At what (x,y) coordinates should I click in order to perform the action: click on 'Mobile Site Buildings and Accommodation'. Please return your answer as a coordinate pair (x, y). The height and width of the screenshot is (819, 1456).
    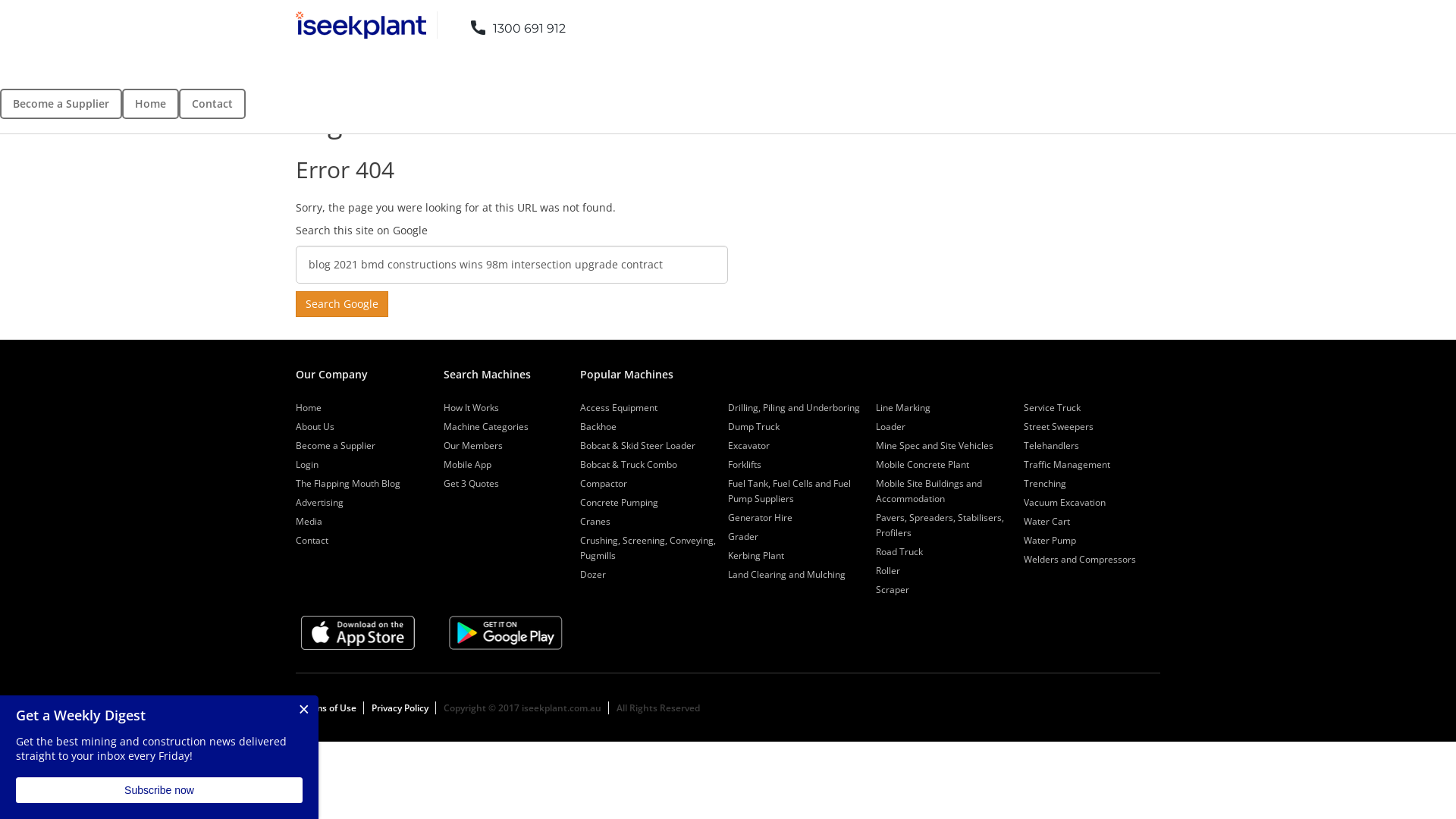
    Looking at the image, I should click on (876, 491).